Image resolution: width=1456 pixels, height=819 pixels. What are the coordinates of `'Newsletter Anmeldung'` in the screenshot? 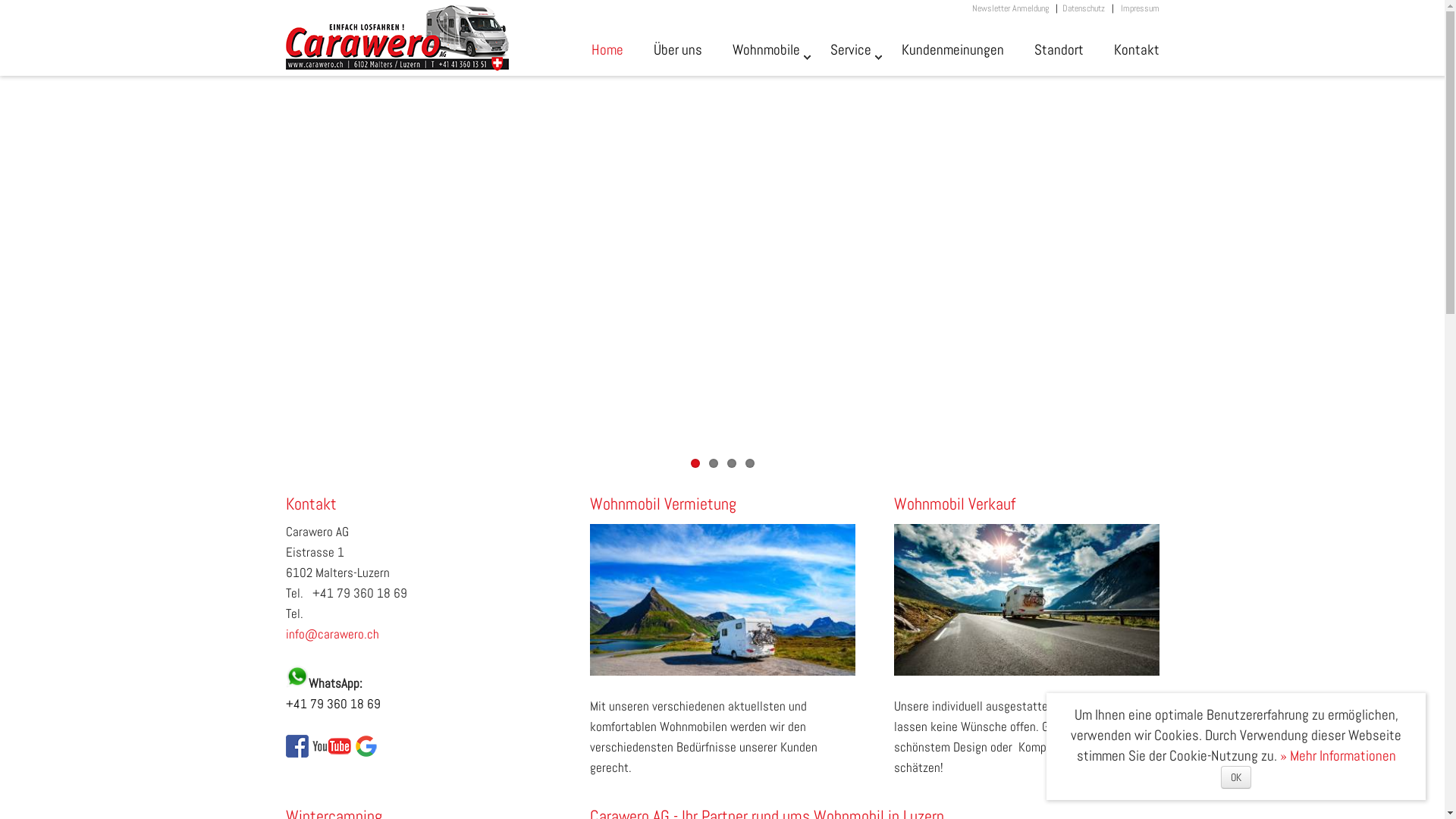 It's located at (971, 8).